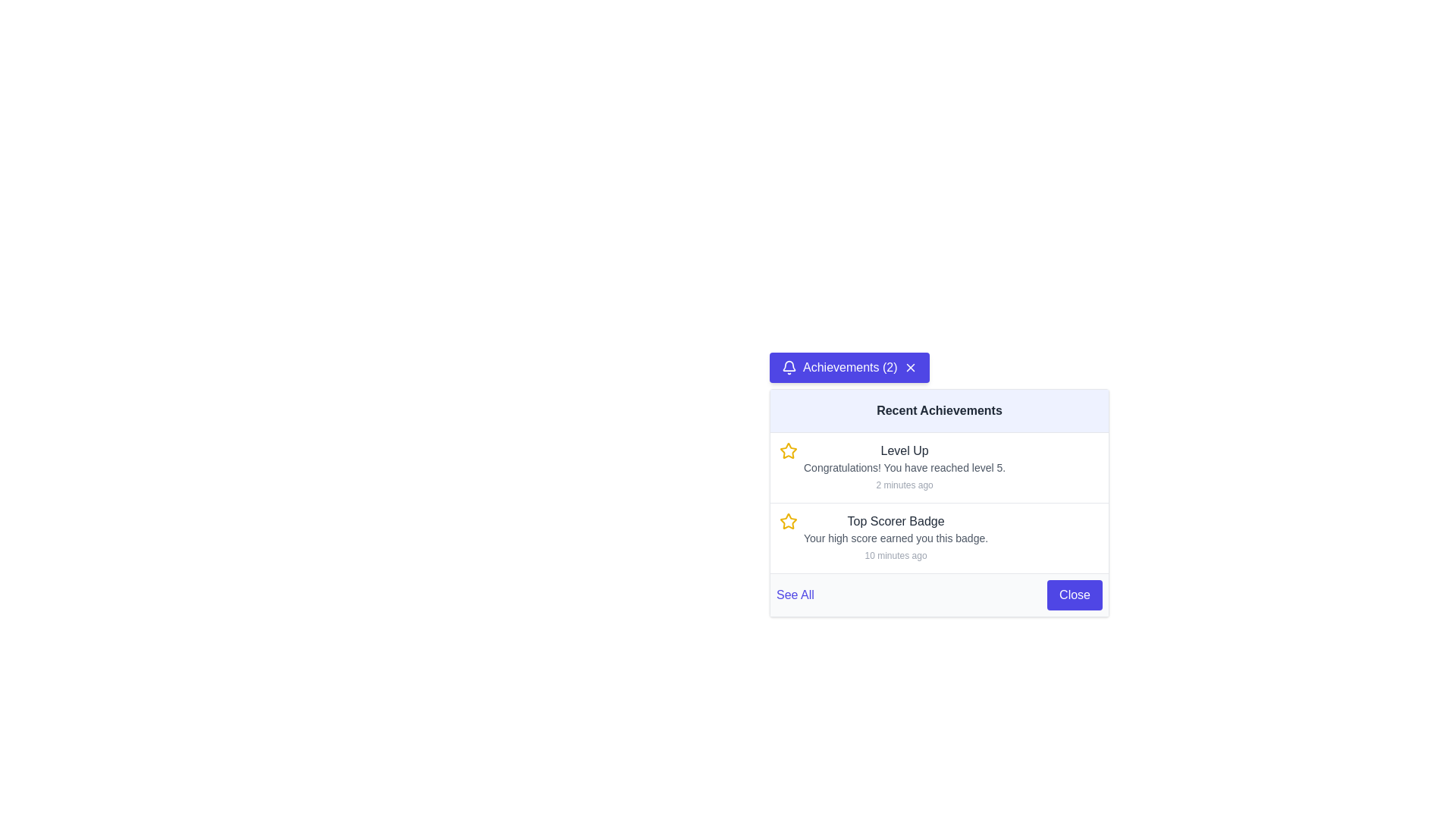  I want to click on text element displaying 'Level Up' in dark-gray font located in the notification box under 'Recent Achievements', so click(905, 450).